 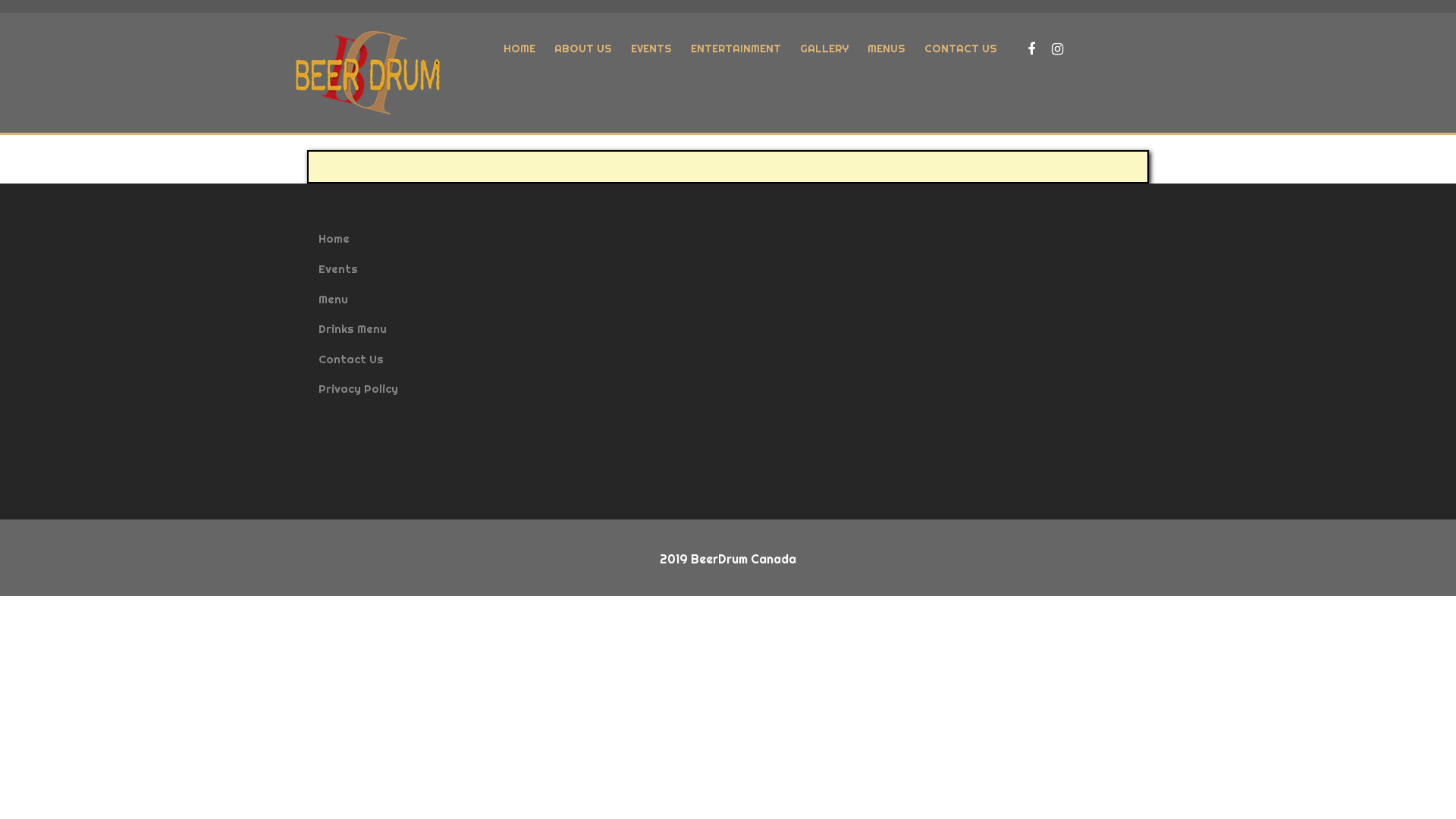 I want to click on 'Privacy Policy', so click(x=357, y=388).